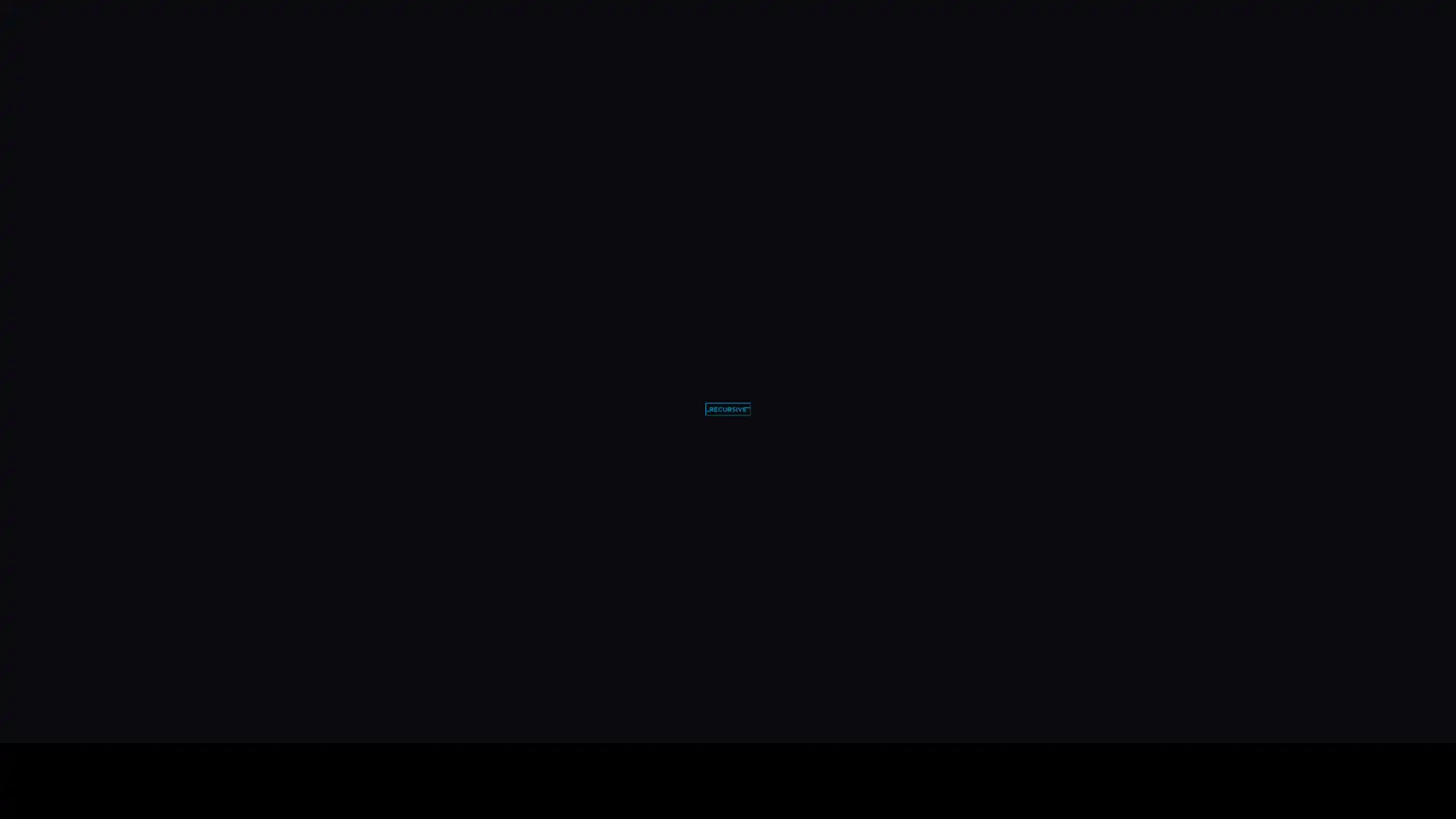  I want to click on show more media controls, so click(1419, 776).